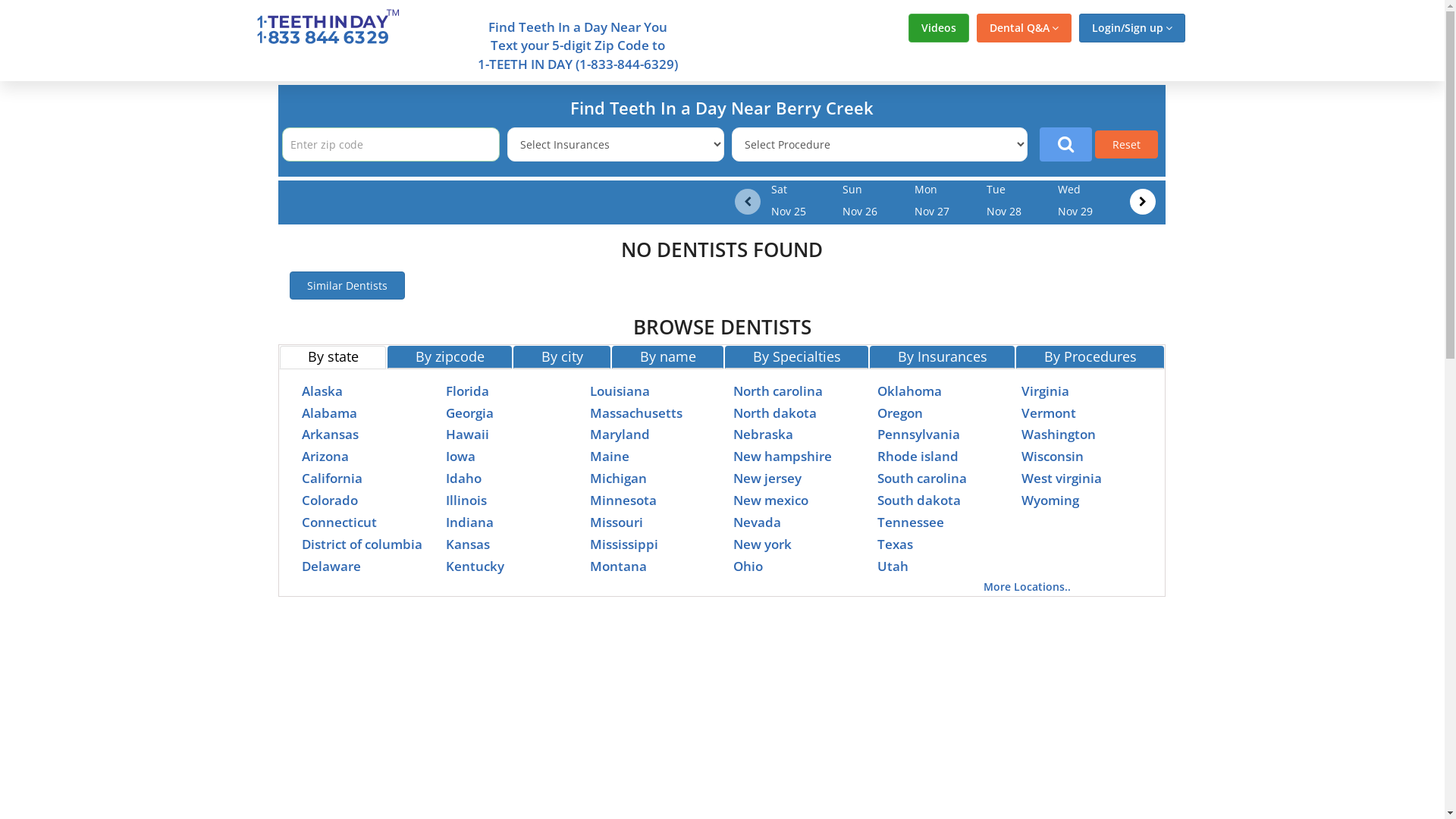  What do you see at coordinates (895, 543) in the screenshot?
I see `'Texas'` at bounding box center [895, 543].